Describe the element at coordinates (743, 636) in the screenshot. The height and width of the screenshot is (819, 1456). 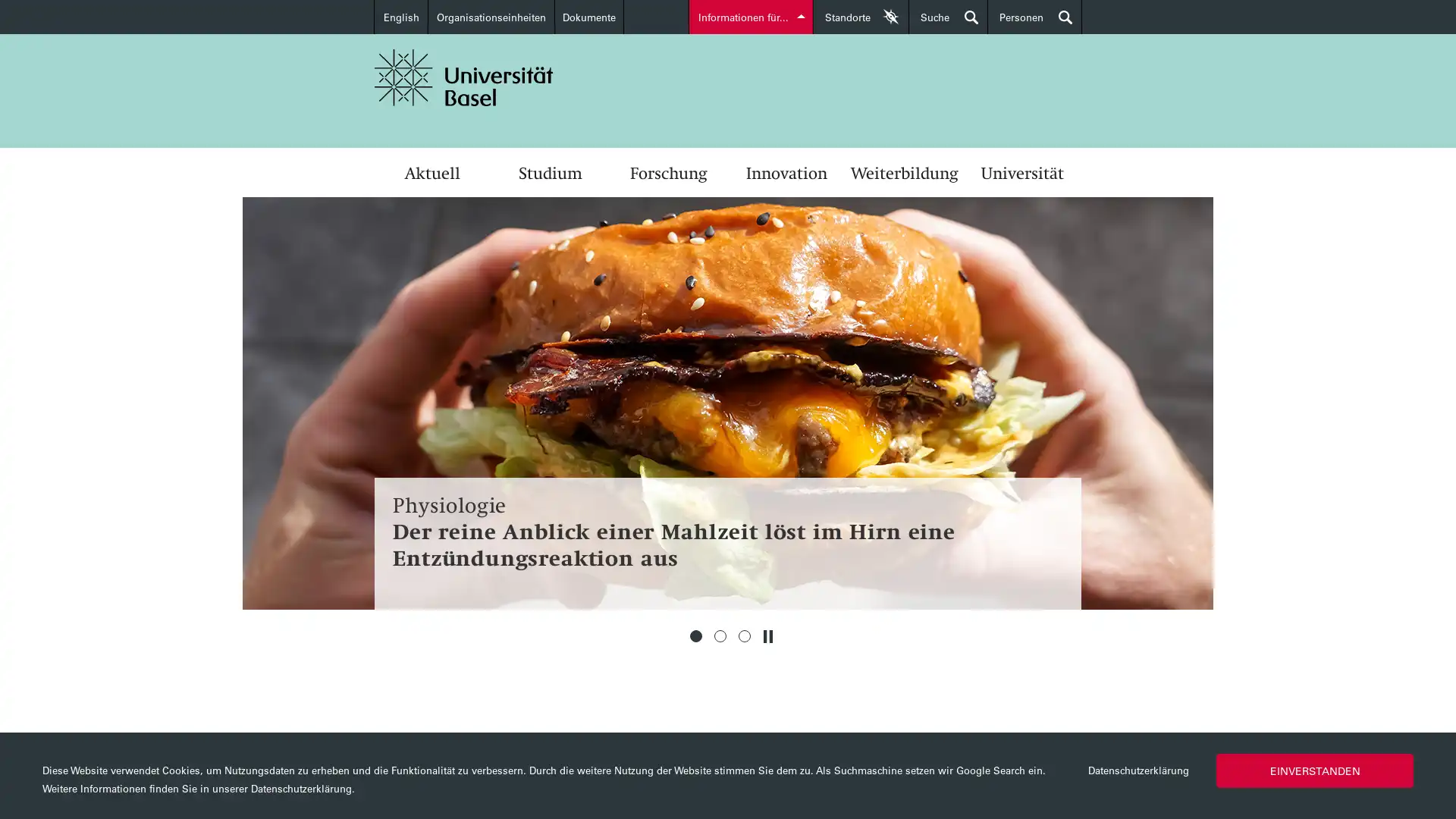
I see `3` at that location.